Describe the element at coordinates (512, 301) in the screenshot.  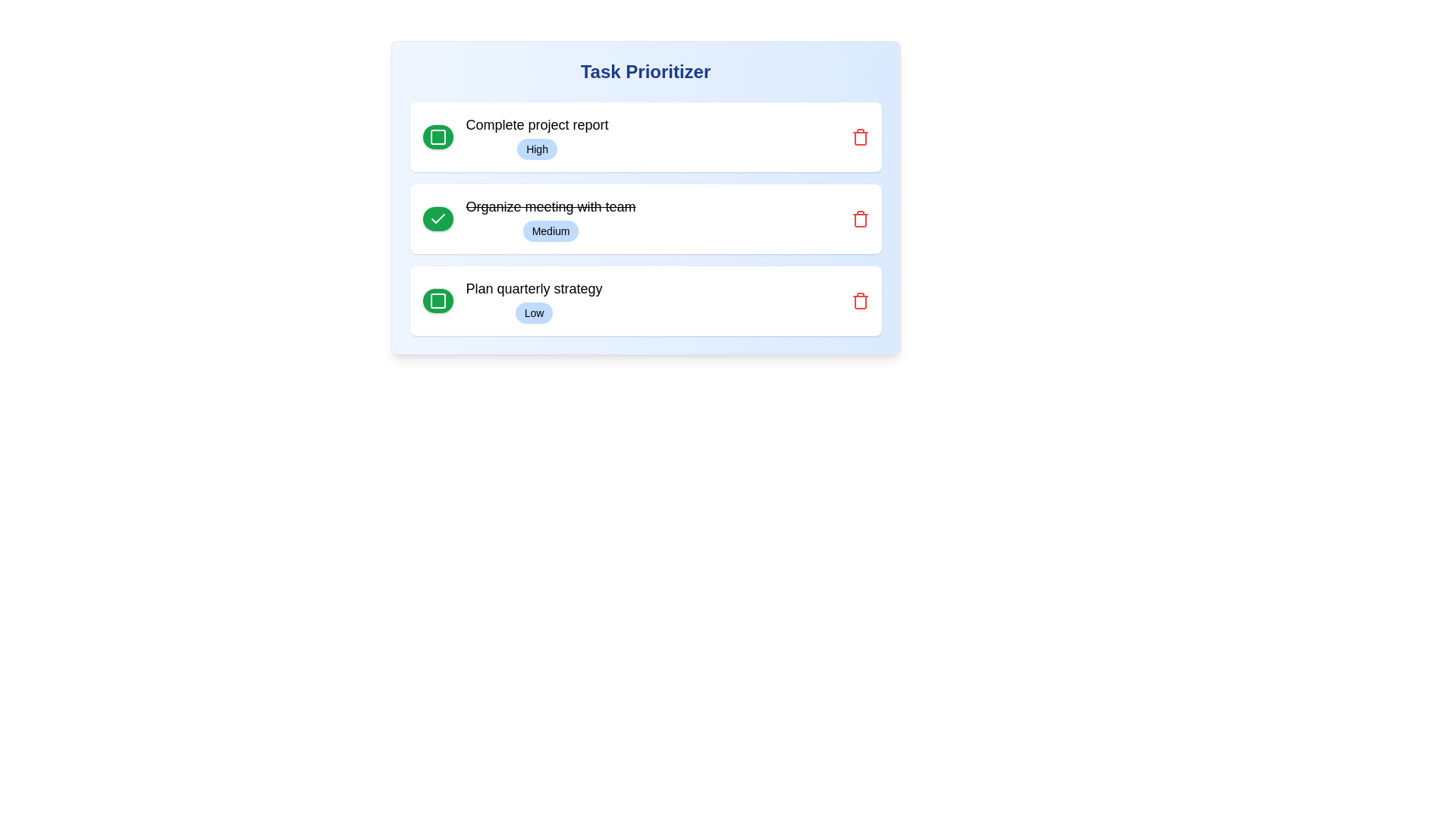
I see `the priority badge labeled 'Low' that is associated with the text 'Plan quarterly strategy' in the Task Prioritizer interface` at that location.